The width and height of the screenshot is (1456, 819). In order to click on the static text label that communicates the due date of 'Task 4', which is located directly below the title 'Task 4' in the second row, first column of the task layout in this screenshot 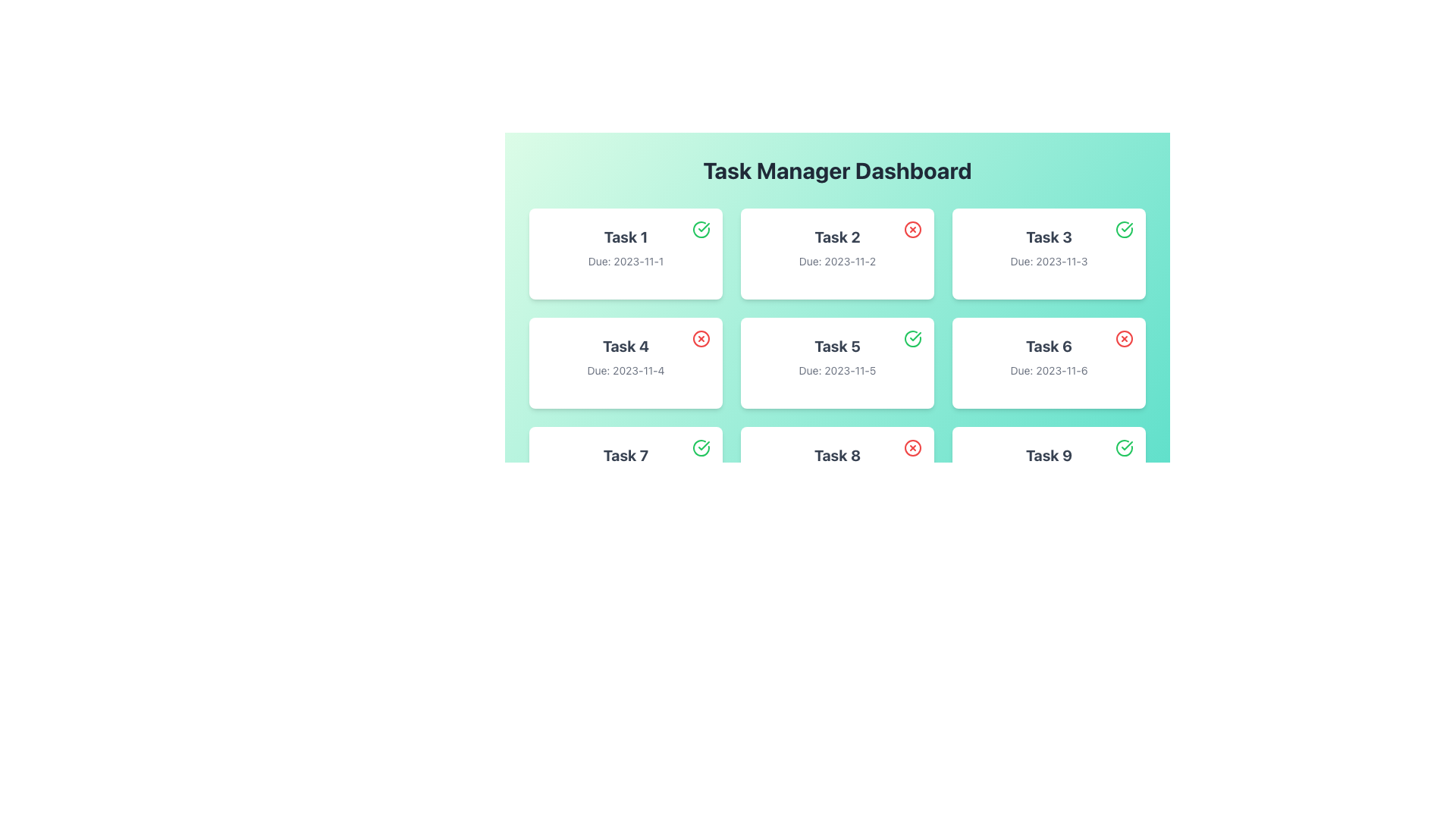, I will do `click(626, 371)`.